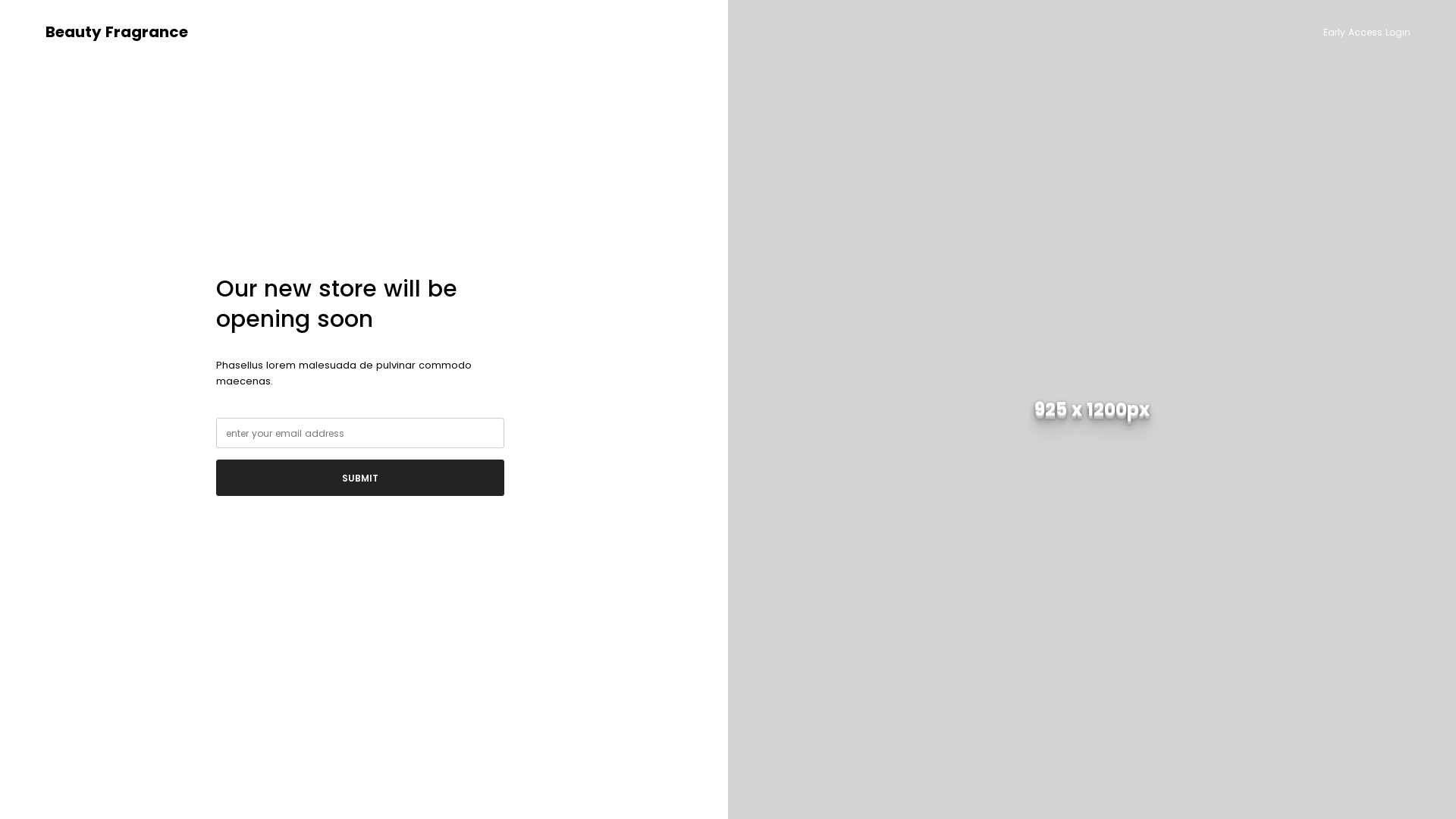  I want to click on 'Beauty Fragrance', so click(45, 32).